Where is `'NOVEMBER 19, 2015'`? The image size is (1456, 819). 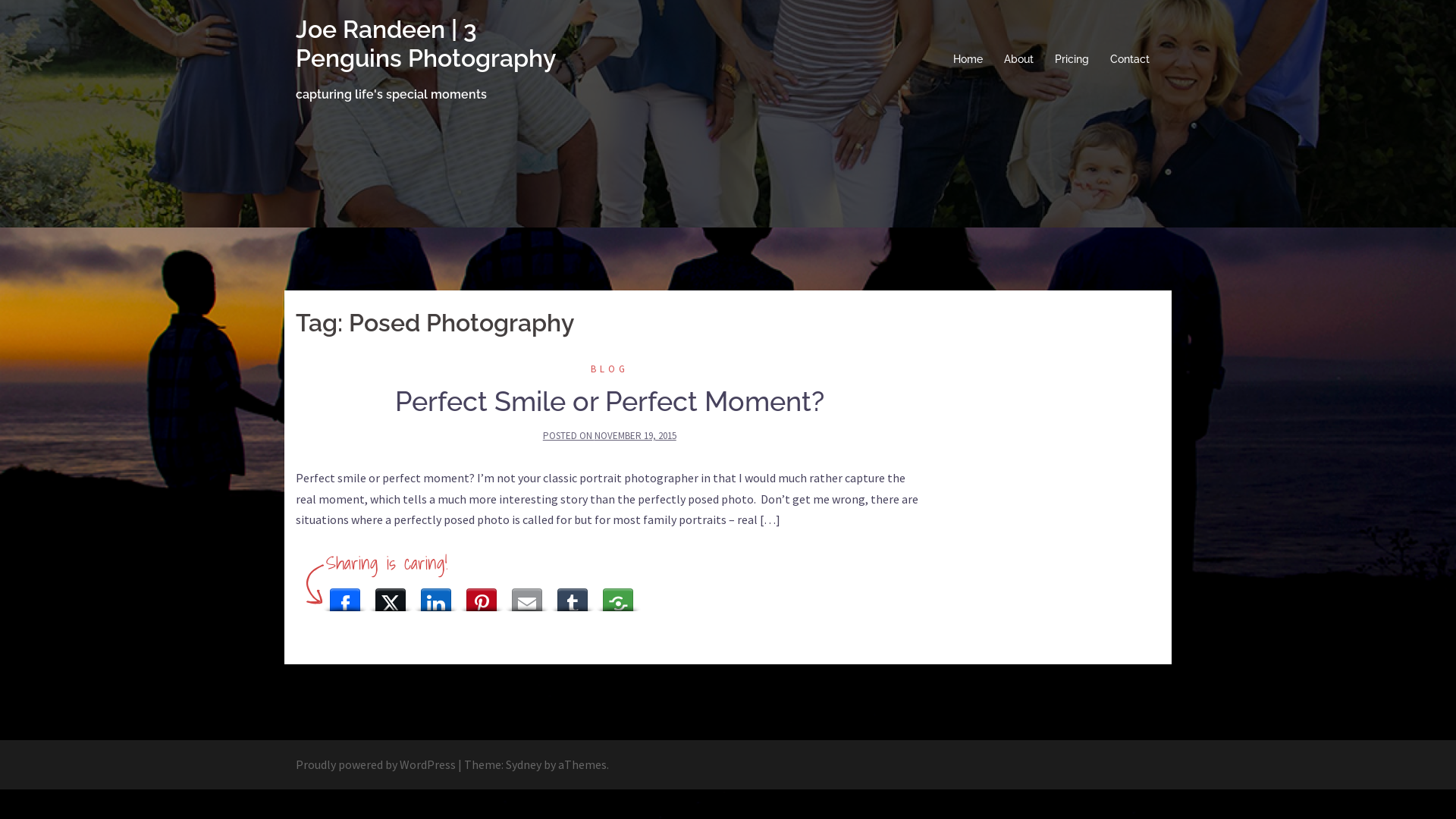
'NOVEMBER 19, 2015' is located at coordinates (635, 435).